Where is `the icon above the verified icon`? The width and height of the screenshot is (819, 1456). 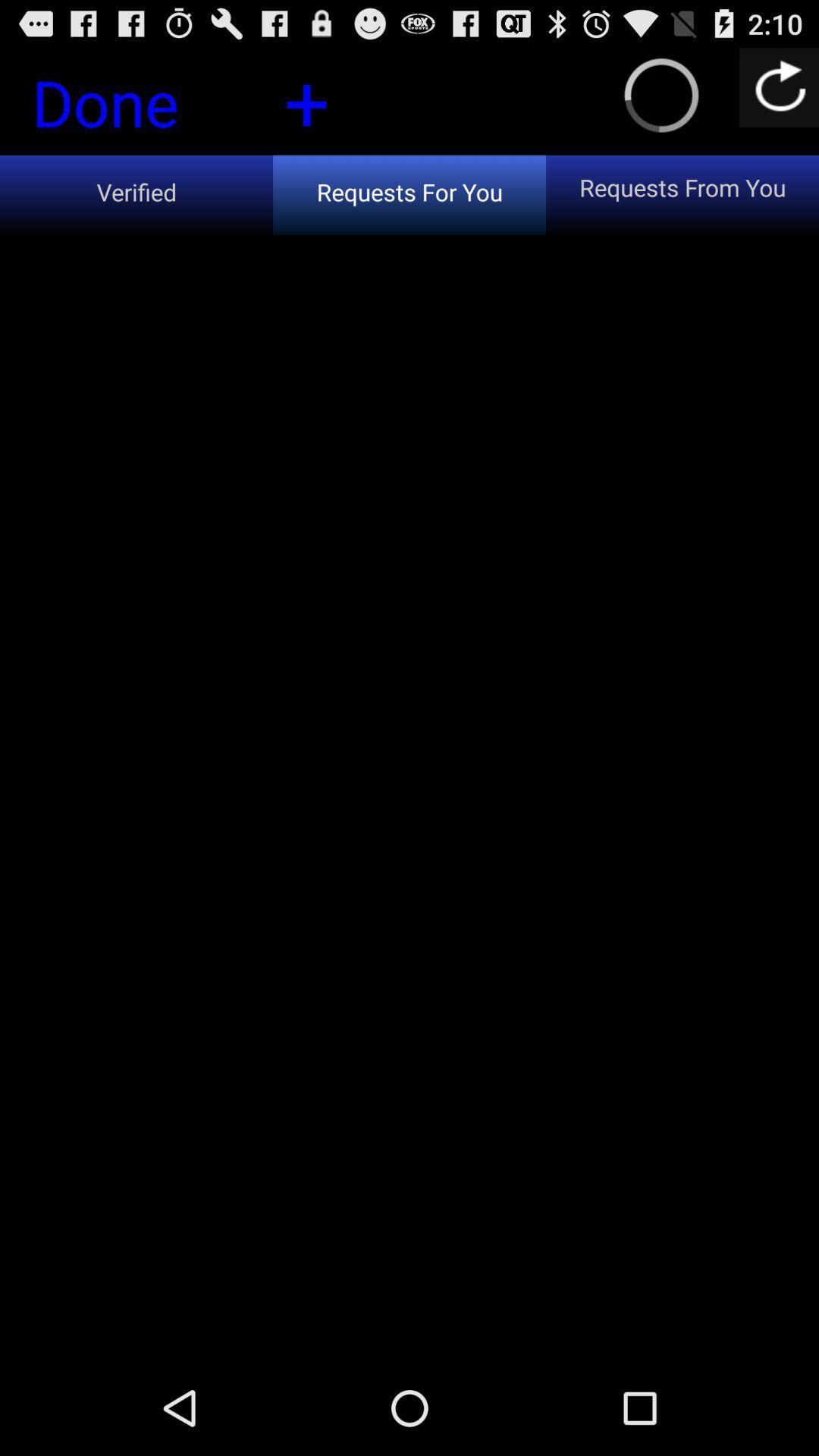 the icon above the verified icon is located at coordinates (306, 99).